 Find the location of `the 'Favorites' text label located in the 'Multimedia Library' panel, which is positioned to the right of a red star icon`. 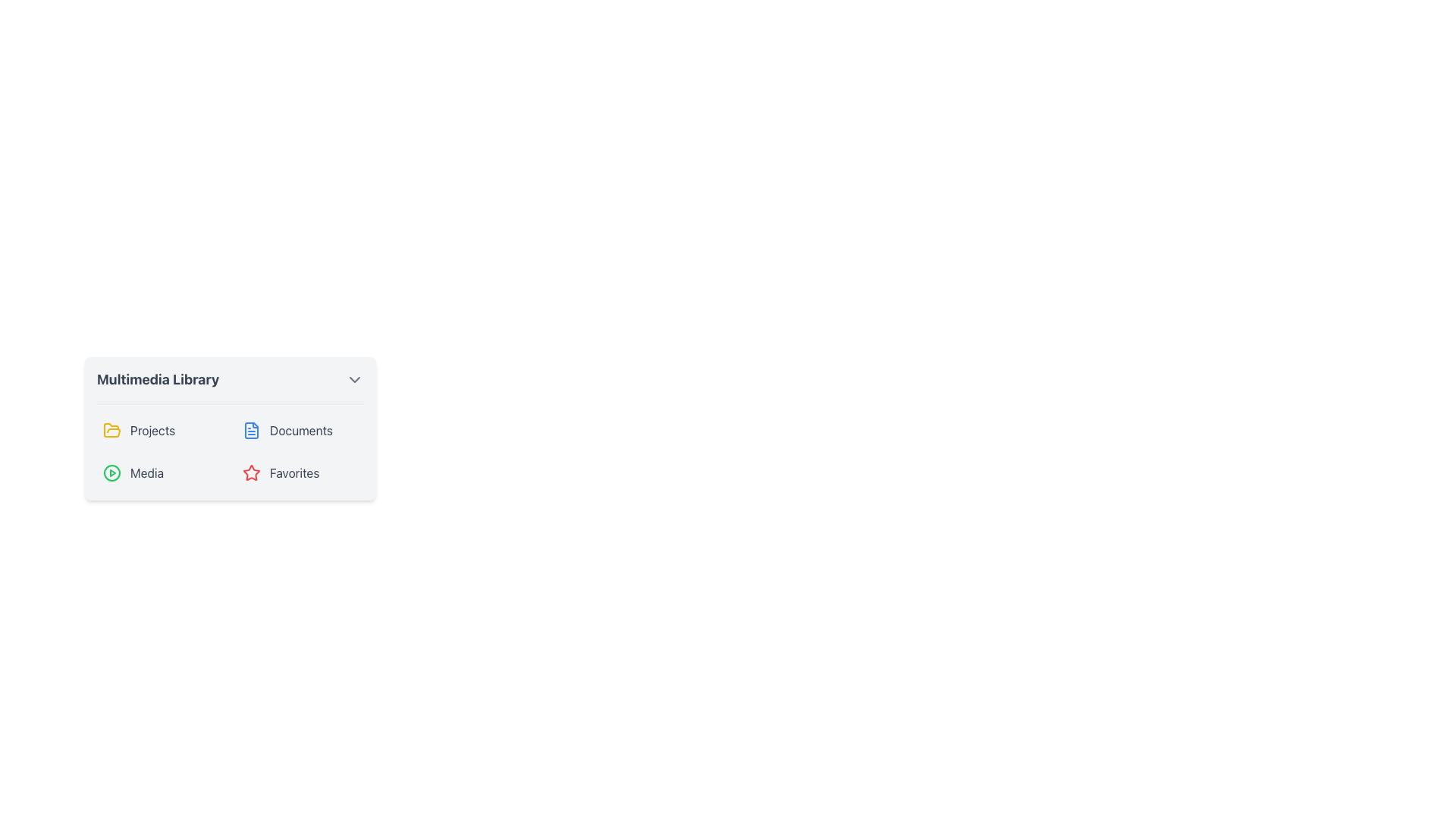

the 'Favorites' text label located in the 'Multimedia Library' panel, which is positioned to the right of a red star icon is located at coordinates (294, 472).